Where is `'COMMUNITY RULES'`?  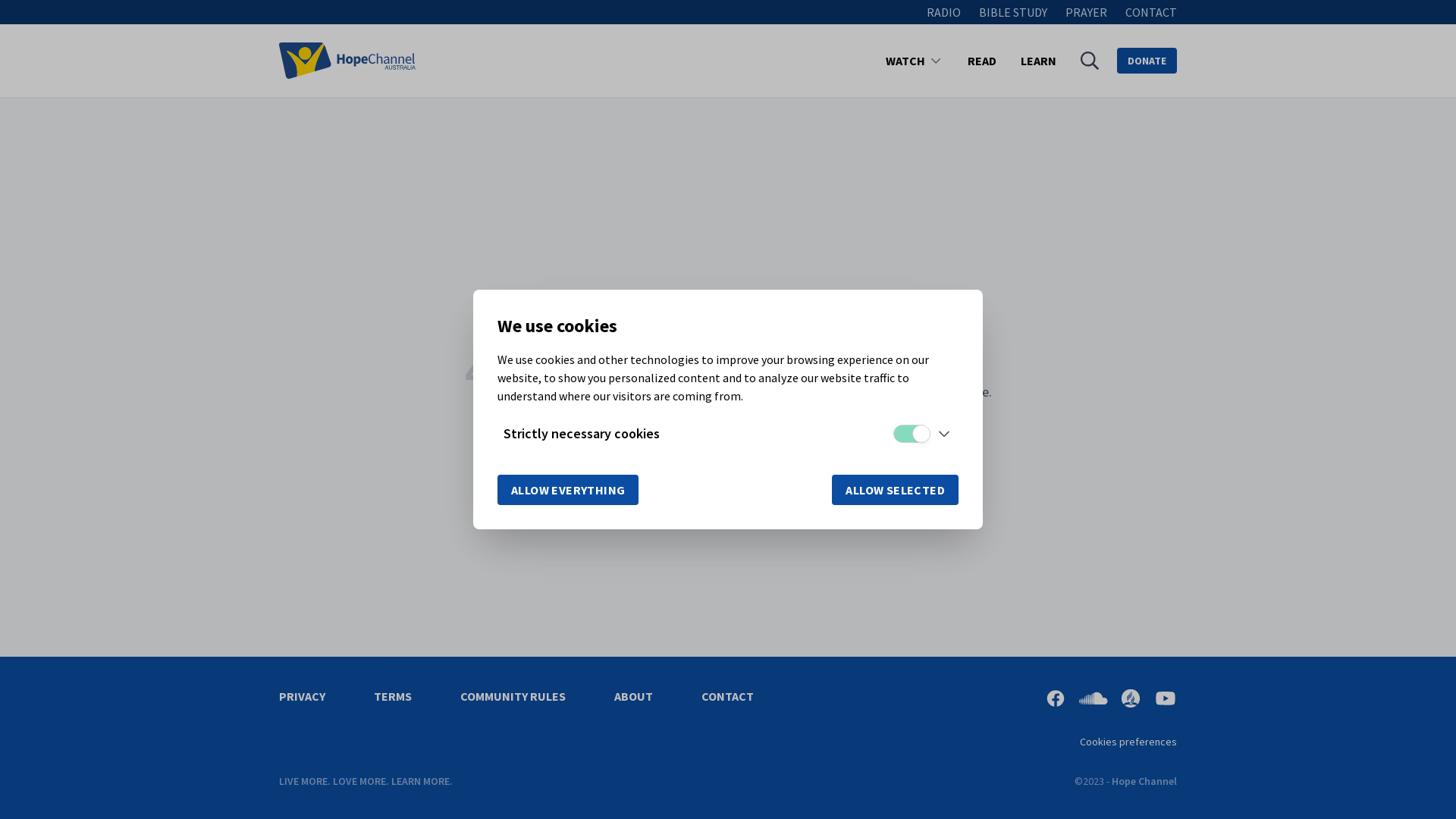
'COMMUNITY RULES' is located at coordinates (513, 696).